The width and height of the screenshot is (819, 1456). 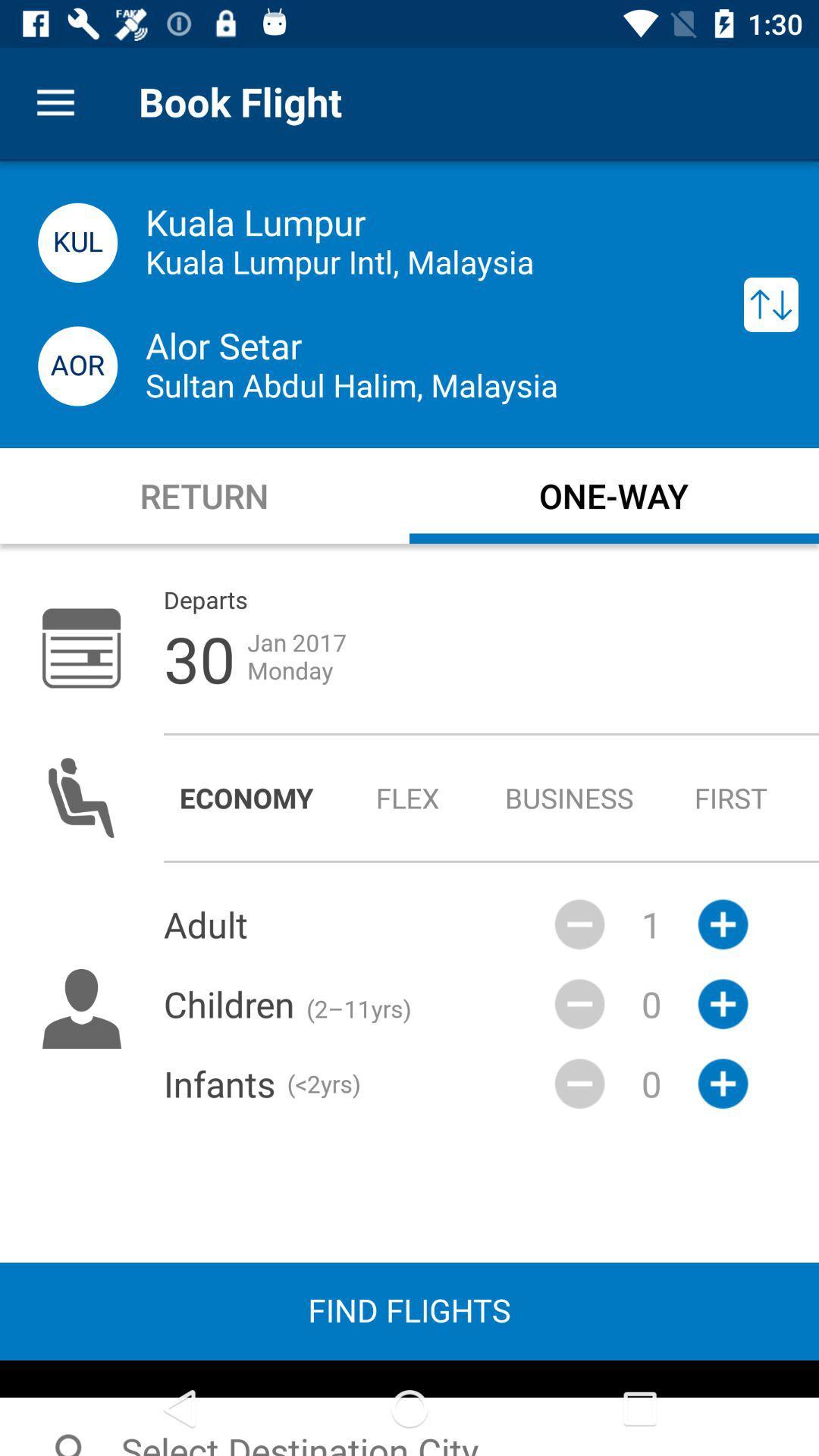 I want to click on the add icon, so click(x=722, y=1083).